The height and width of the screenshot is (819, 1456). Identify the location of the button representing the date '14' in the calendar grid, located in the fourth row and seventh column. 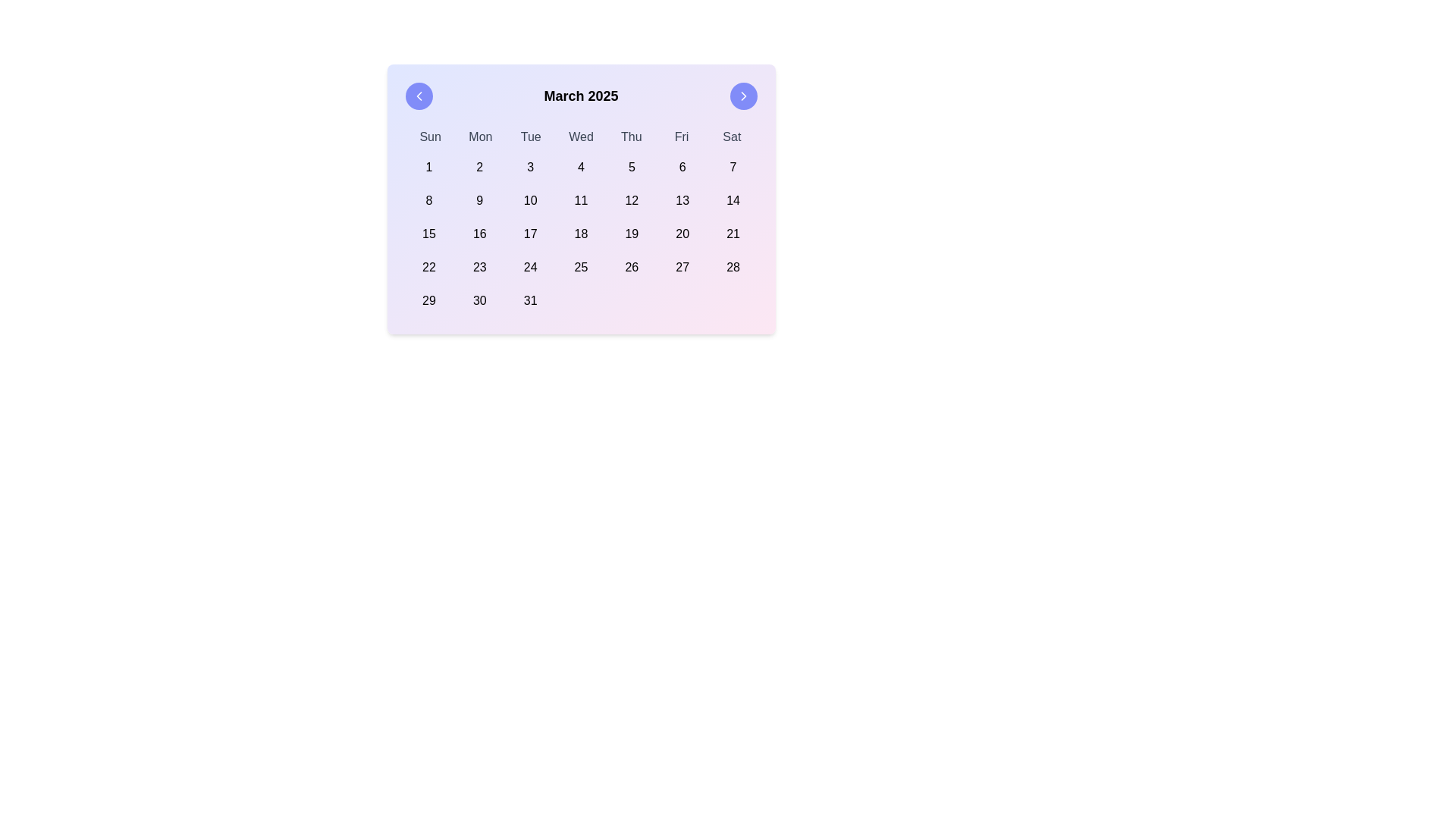
(733, 200).